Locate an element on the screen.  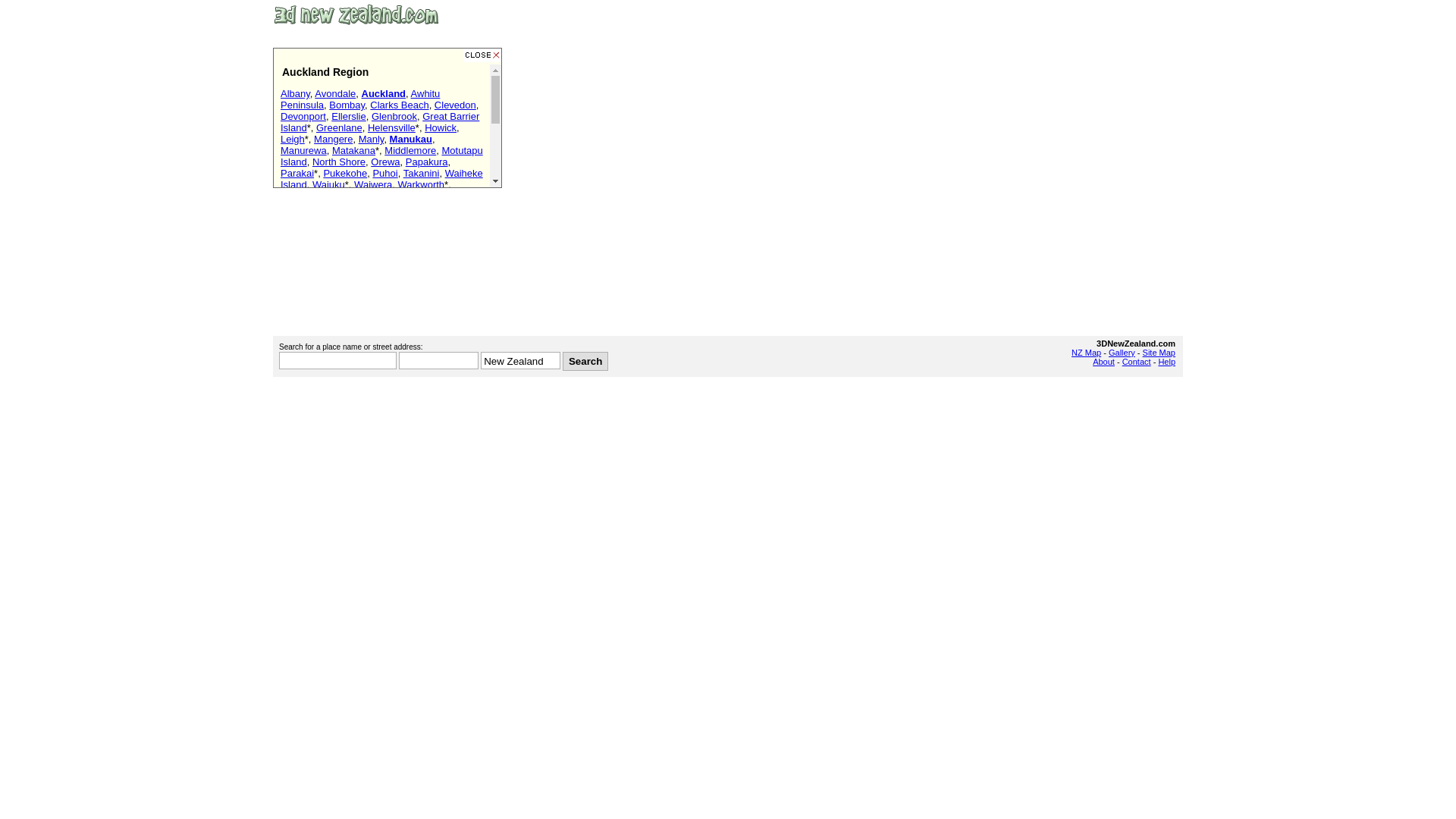
'NZ Map' is located at coordinates (1085, 353).